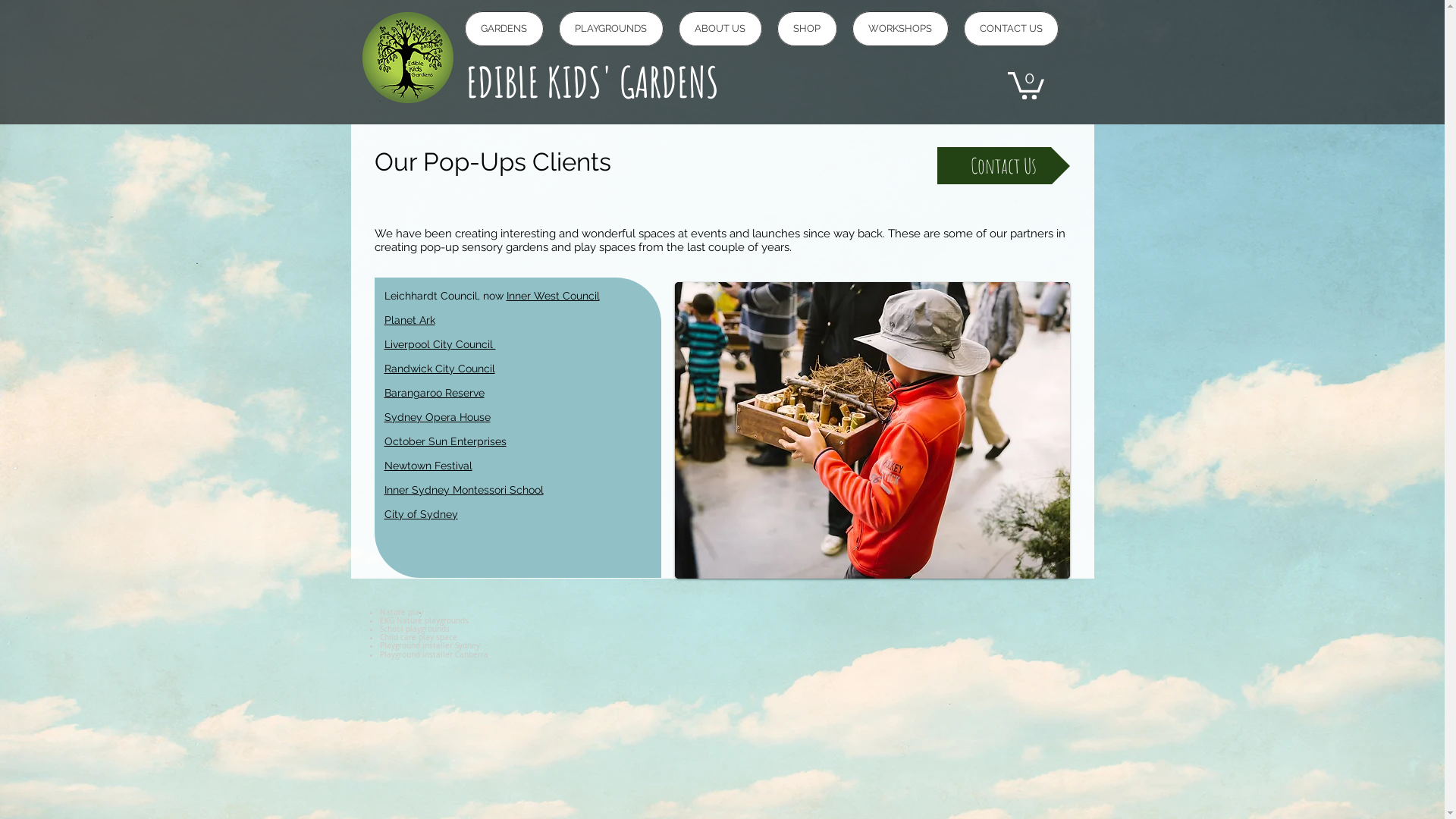 The height and width of the screenshot is (819, 1456). What do you see at coordinates (383, 391) in the screenshot?
I see `'Barangaroo Reserve'` at bounding box center [383, 391].